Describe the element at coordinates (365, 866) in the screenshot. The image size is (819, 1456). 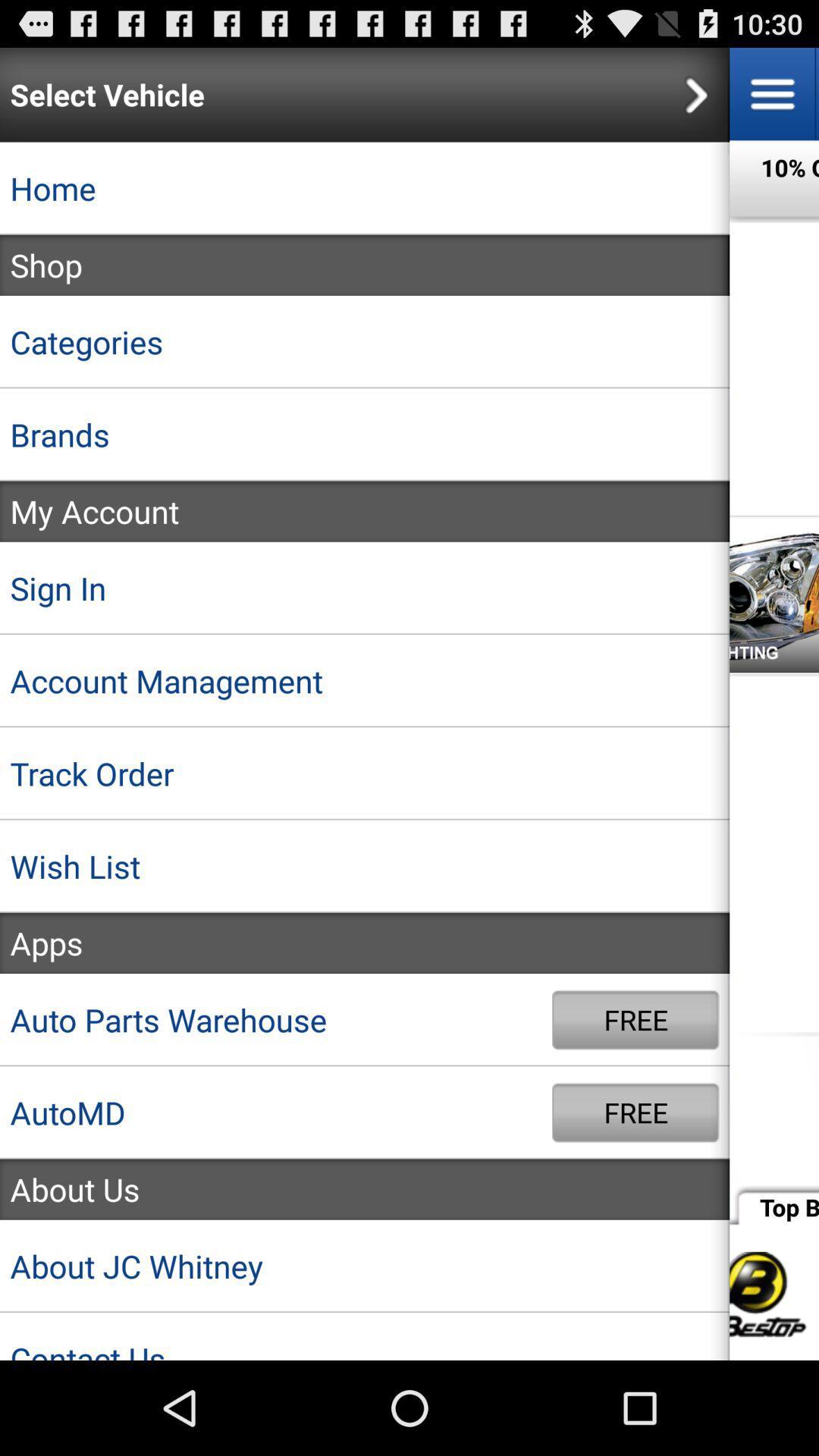
I see `wish list item` at that location.